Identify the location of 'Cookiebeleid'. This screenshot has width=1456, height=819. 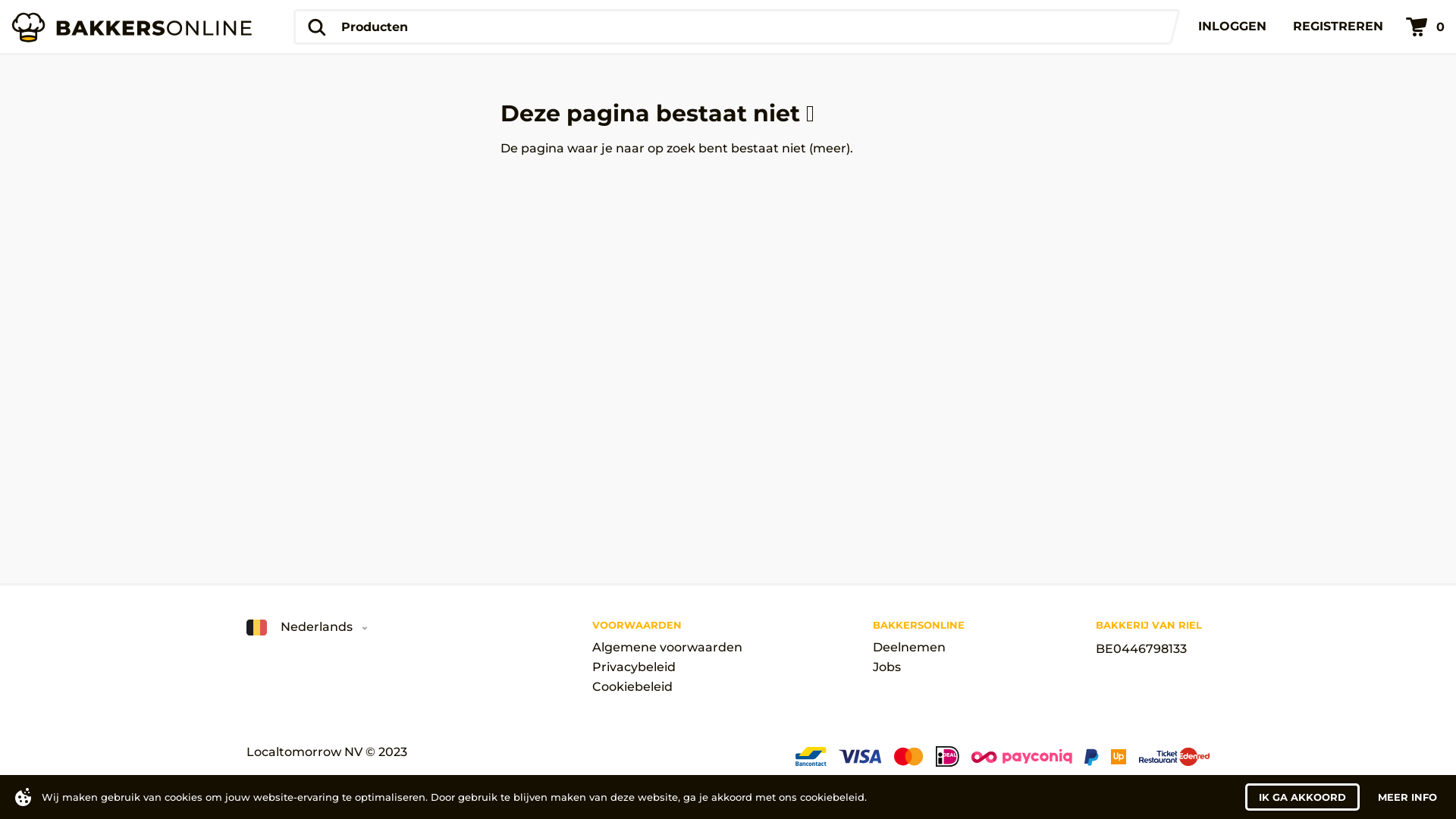
(666, 687).